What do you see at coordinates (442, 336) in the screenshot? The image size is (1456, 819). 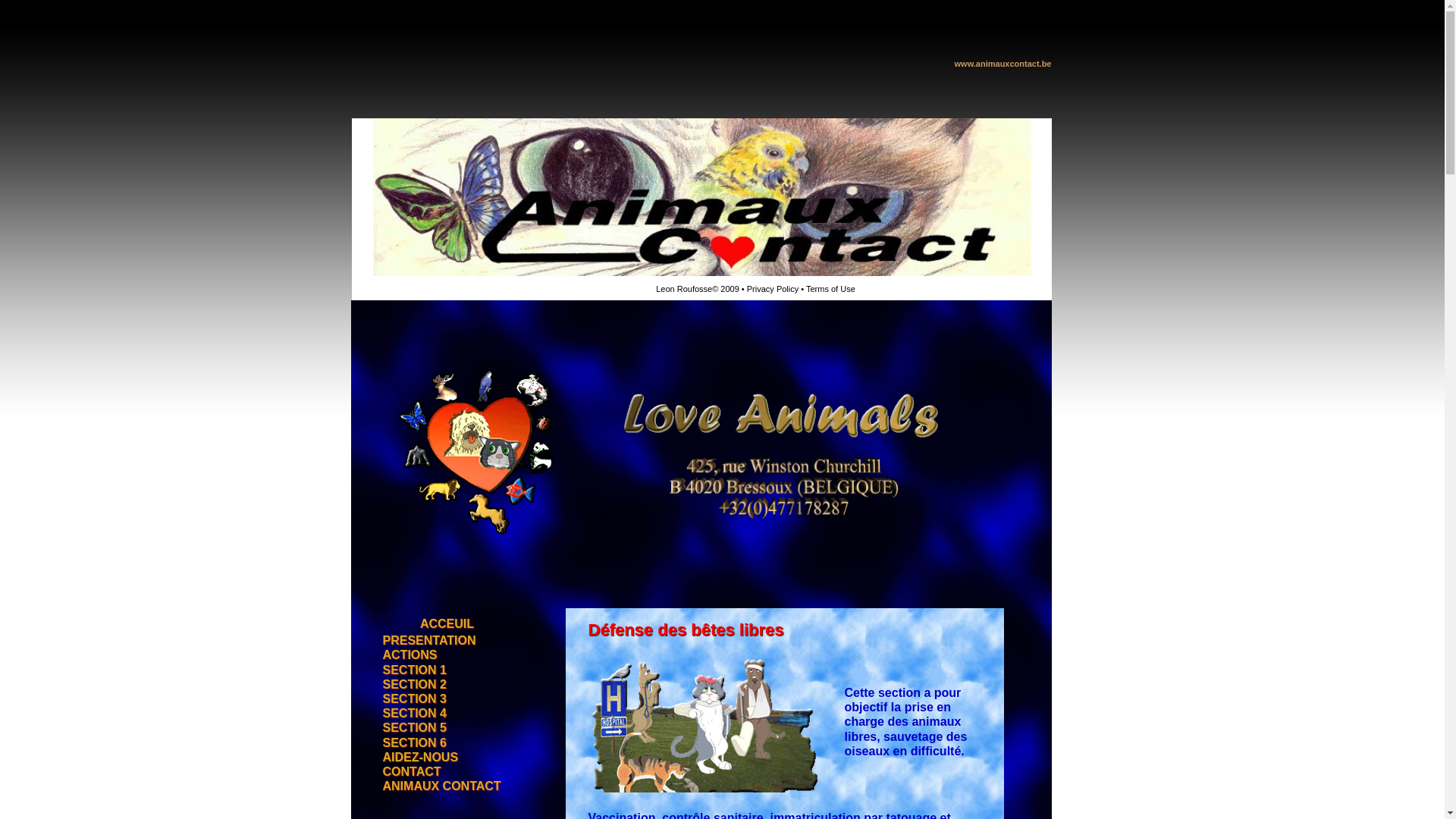 I see `'Accueil'` at bounding box center [442, 336].